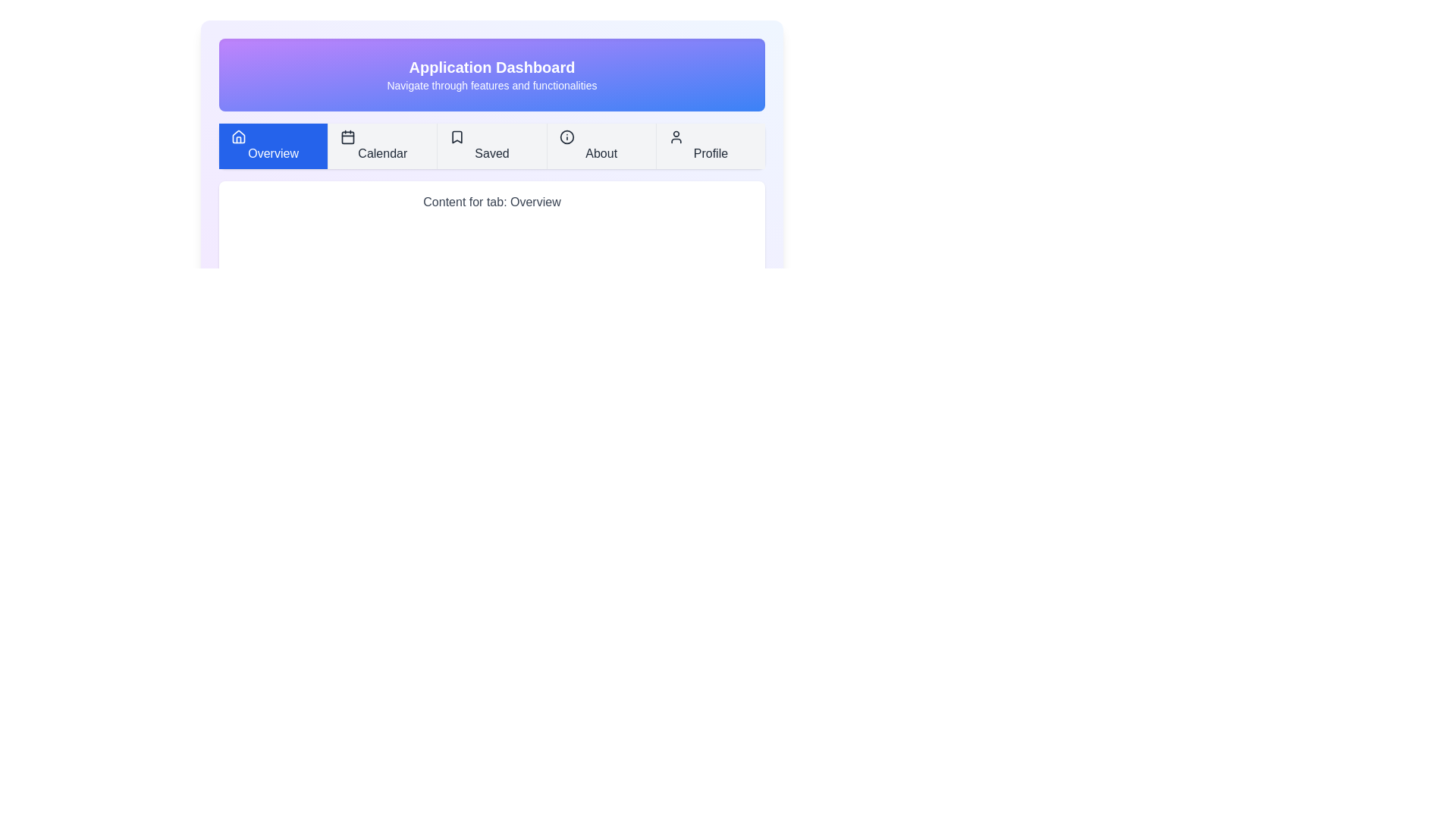 This screenshot has height=819, width=1456. I want to click on the Circle element that forms the stroke outline of the information icon in the navigation menu labeled 'About', located in the header section of the application, so click(566, 137).